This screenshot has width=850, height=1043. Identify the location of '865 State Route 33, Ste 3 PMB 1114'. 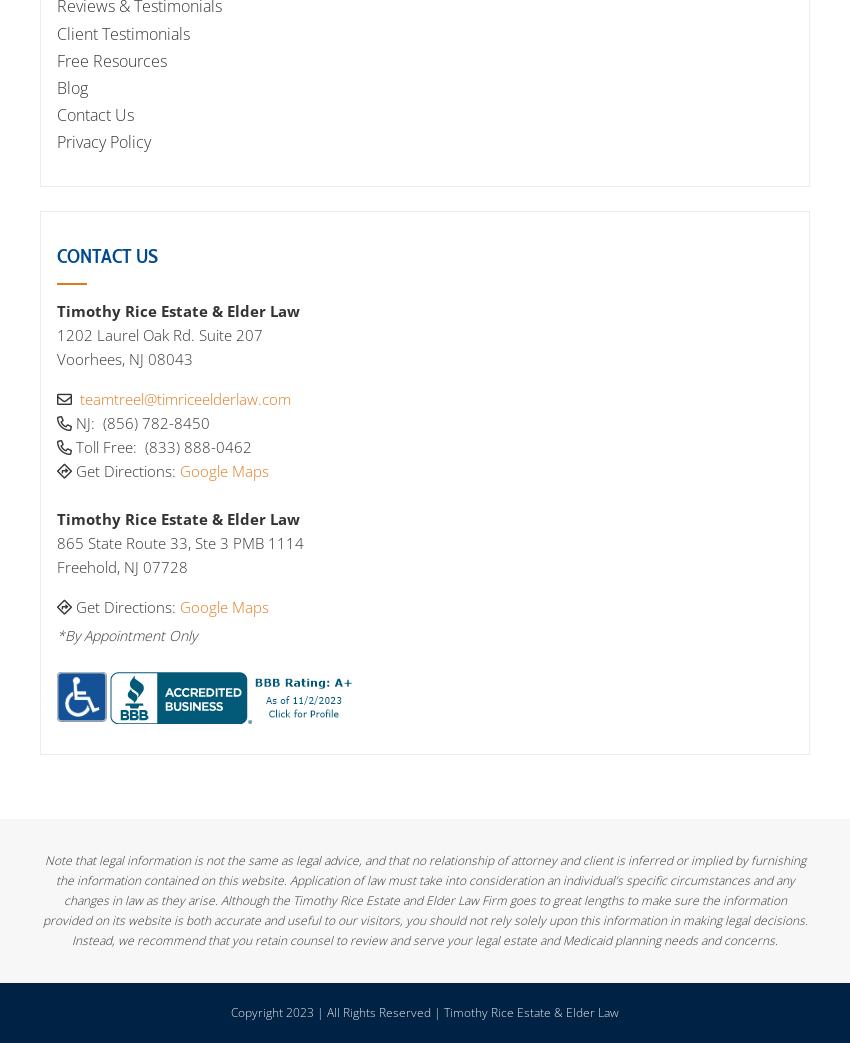
(179, 542).